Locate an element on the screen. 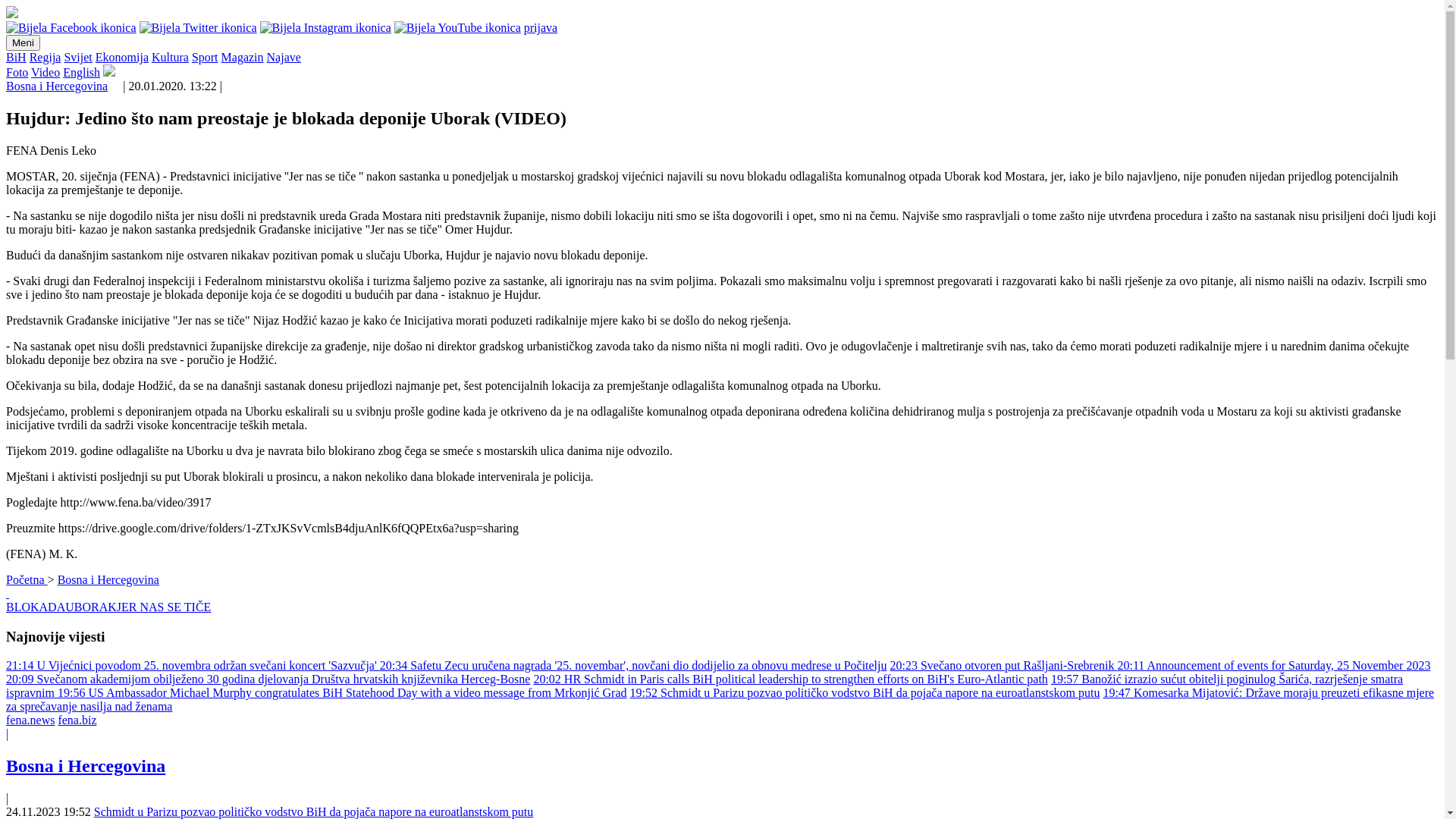 The width and height of the screenshot is (1456, 819). 'UBORAK' is located at coordinates (90, 606).